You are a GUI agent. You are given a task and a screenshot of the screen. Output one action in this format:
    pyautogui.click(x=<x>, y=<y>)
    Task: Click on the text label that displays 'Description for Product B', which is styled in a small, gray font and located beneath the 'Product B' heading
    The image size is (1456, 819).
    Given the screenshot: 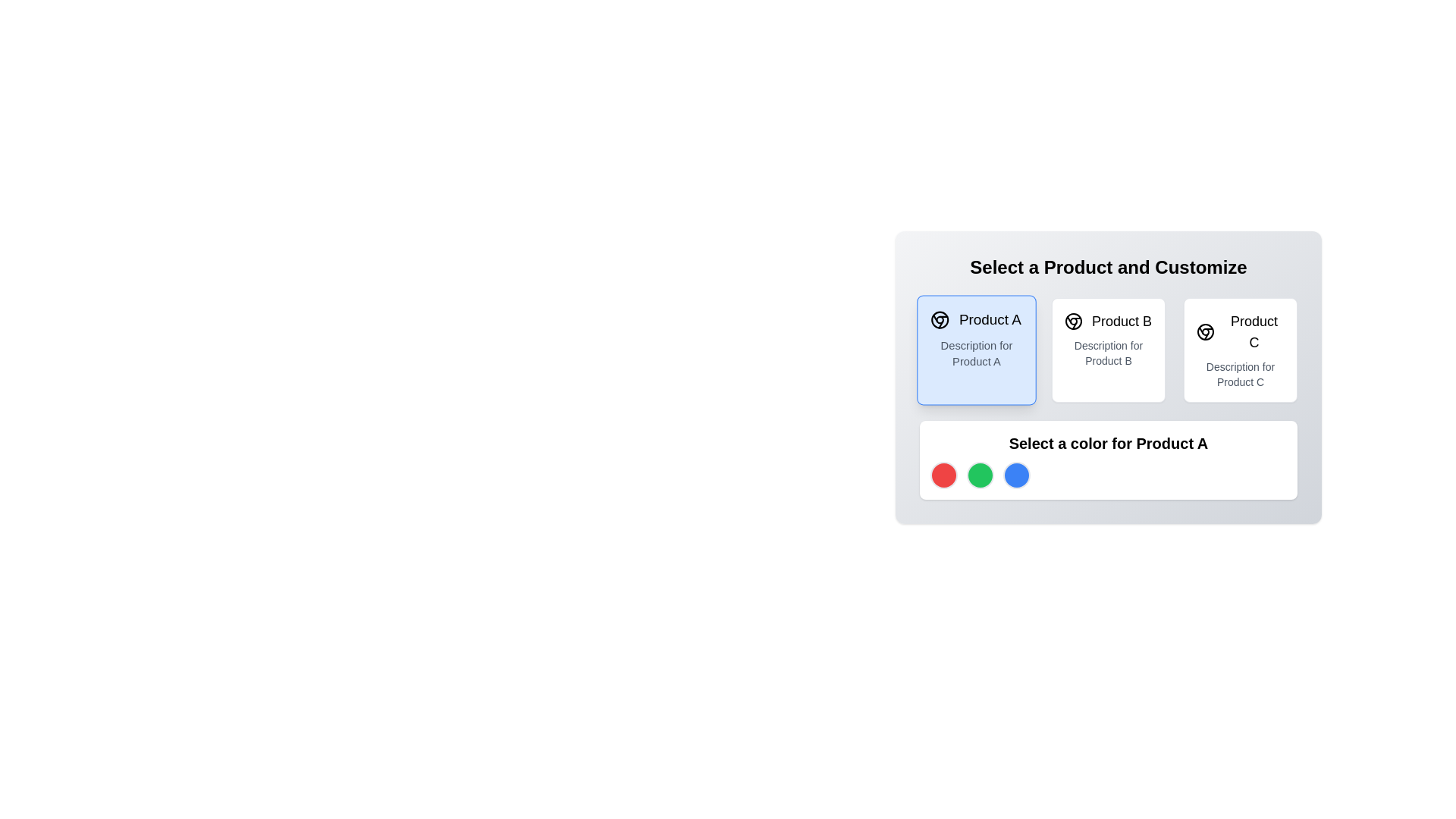 What is the action you would take?
    pyautogui.click(x=1109, y=353)
    